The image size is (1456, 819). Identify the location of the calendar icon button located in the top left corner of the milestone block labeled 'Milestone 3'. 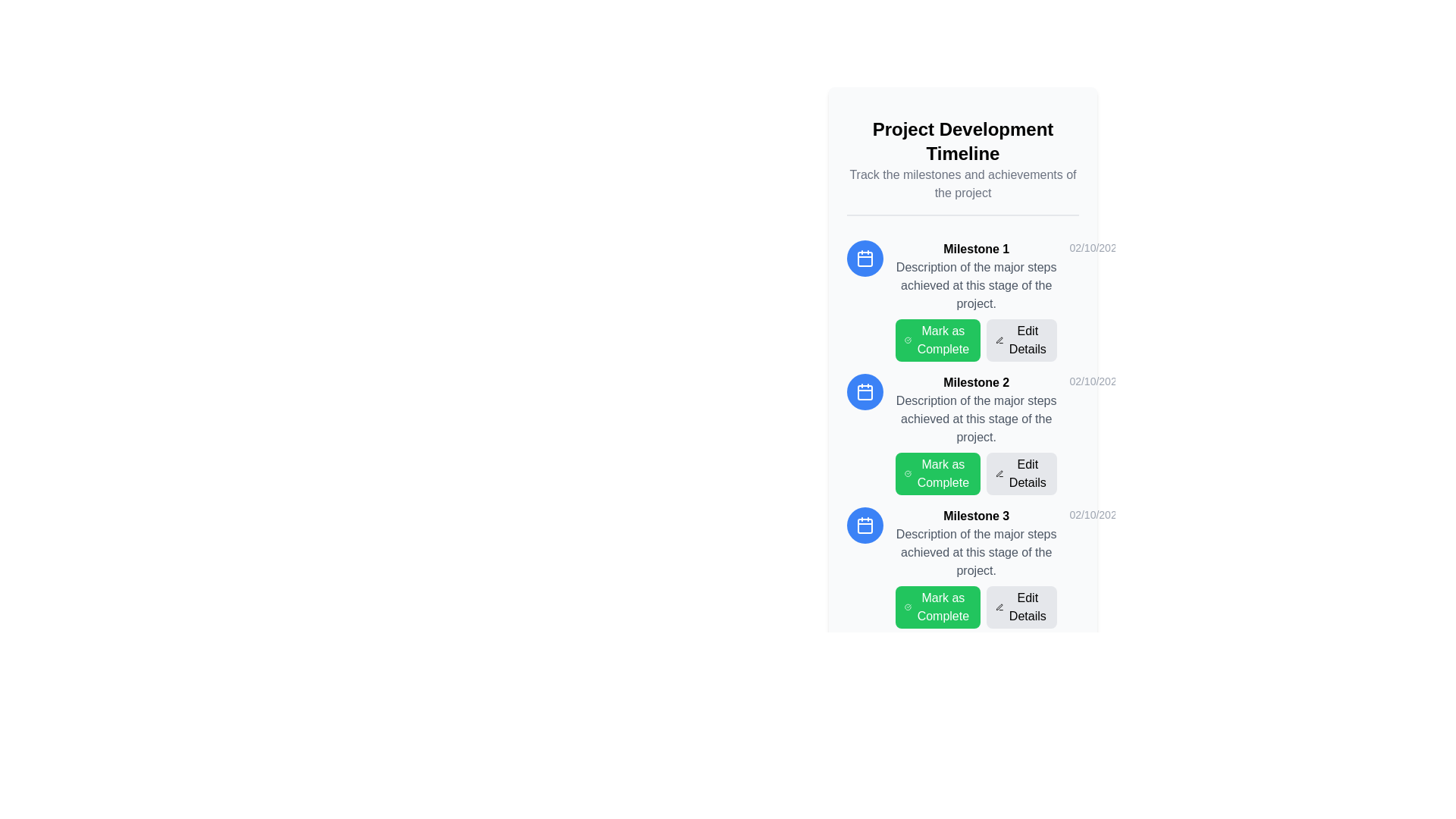
(865, 525).